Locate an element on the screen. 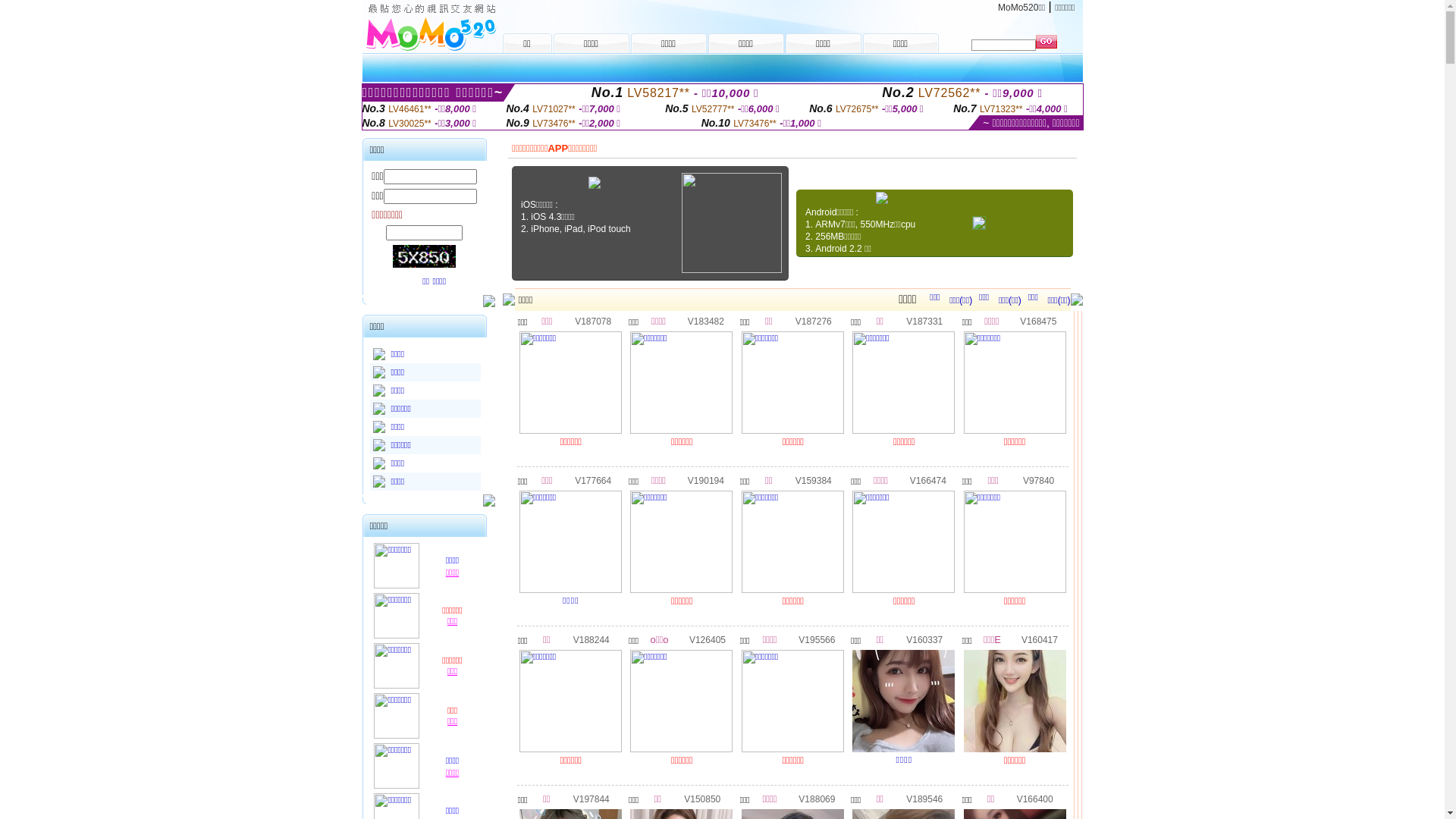 Image resolution: width=1456 pixels, height=819 pixels. 'V197844' is located at coordinates (590, 798).